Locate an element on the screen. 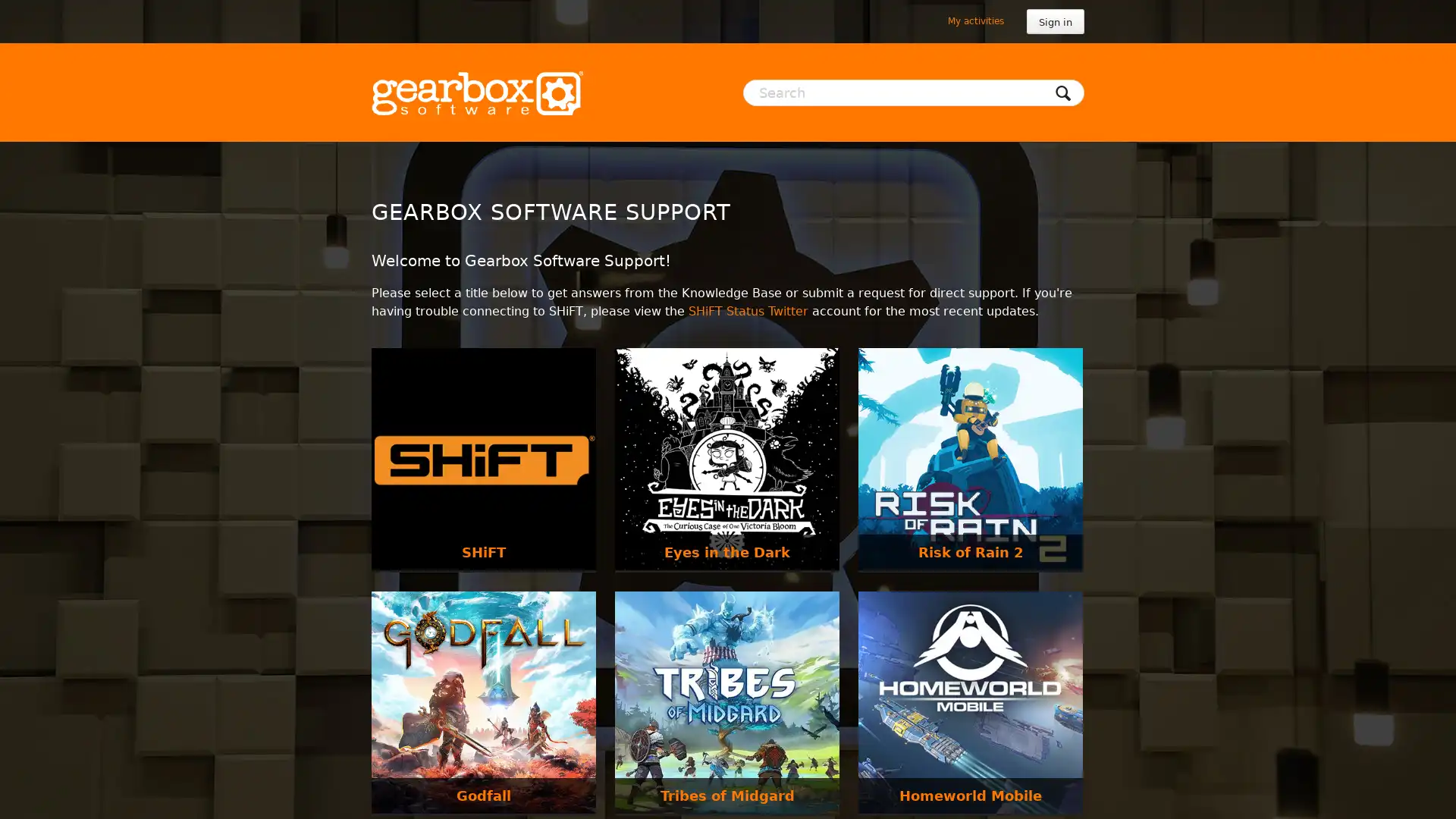 The width and height of the screenshot is (1456, 819). Sign in is located at coordinates (1055, 21).